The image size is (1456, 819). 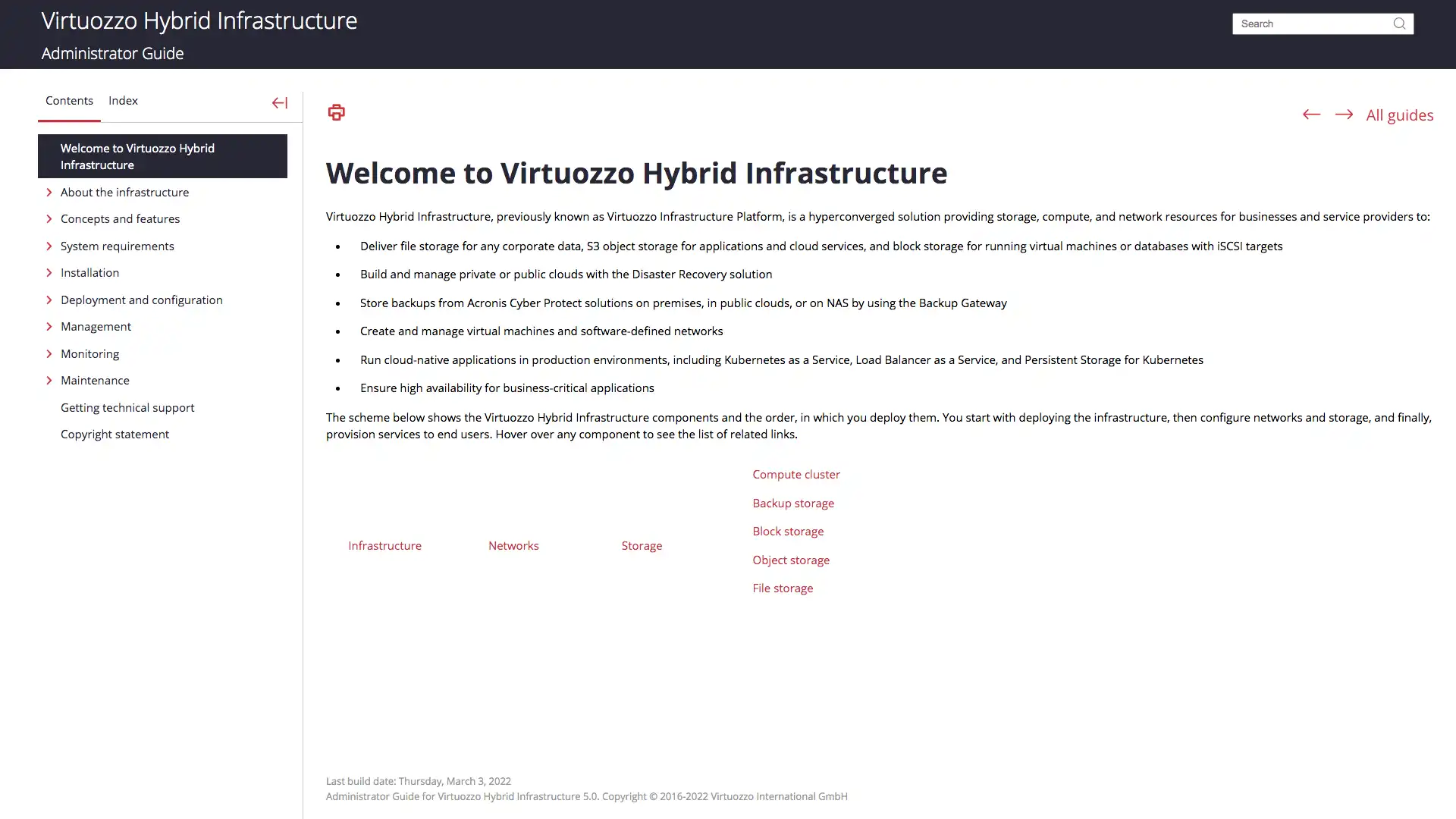 I want to click on All guides, so click(x=1399, y=114).